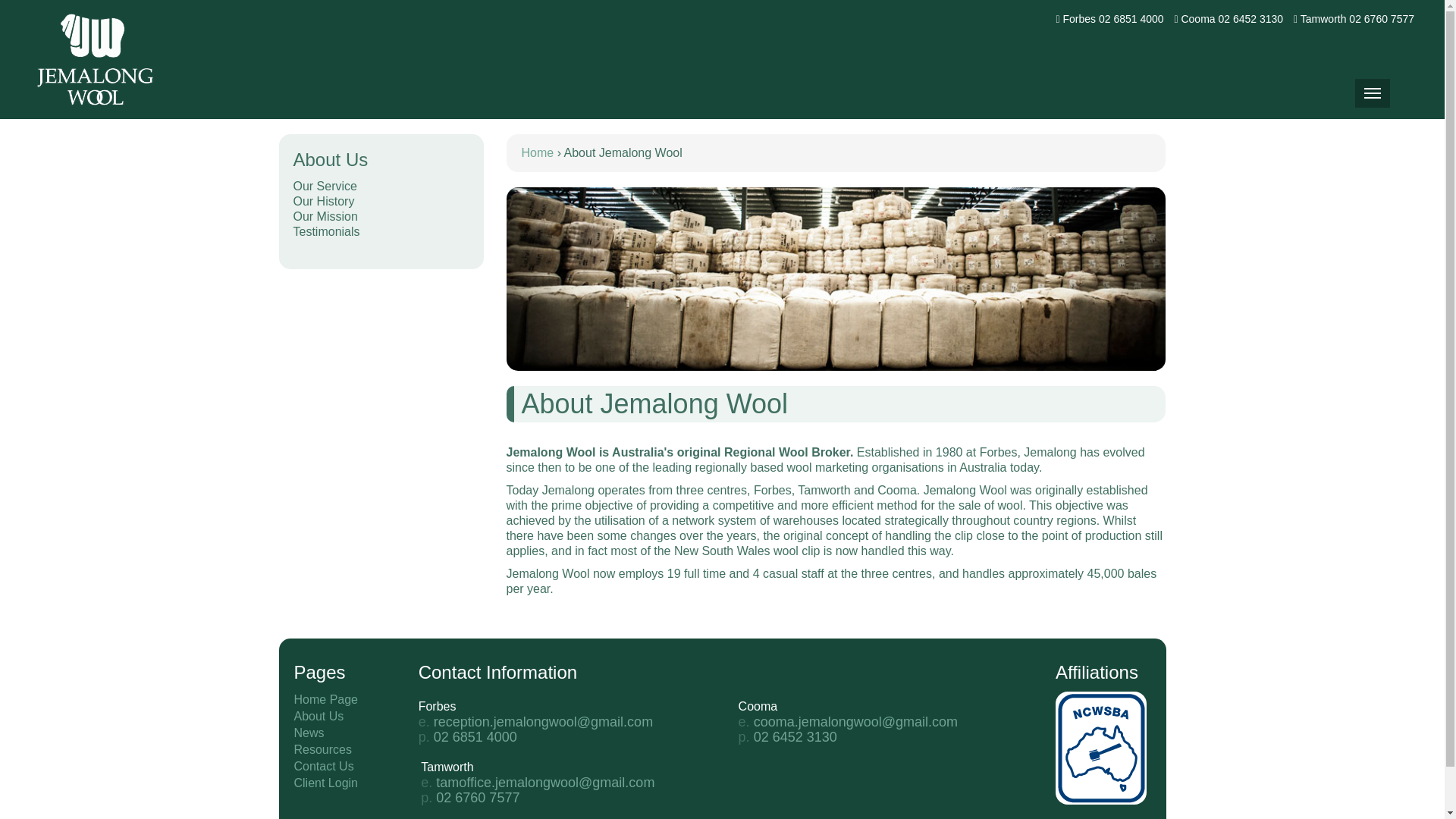 The width and height of the screenshot is (1456, 819). What do you see at coordinates (1372, 93) in the screenshot?
I see `'Navigation'` at bounding box center [1372, 93].